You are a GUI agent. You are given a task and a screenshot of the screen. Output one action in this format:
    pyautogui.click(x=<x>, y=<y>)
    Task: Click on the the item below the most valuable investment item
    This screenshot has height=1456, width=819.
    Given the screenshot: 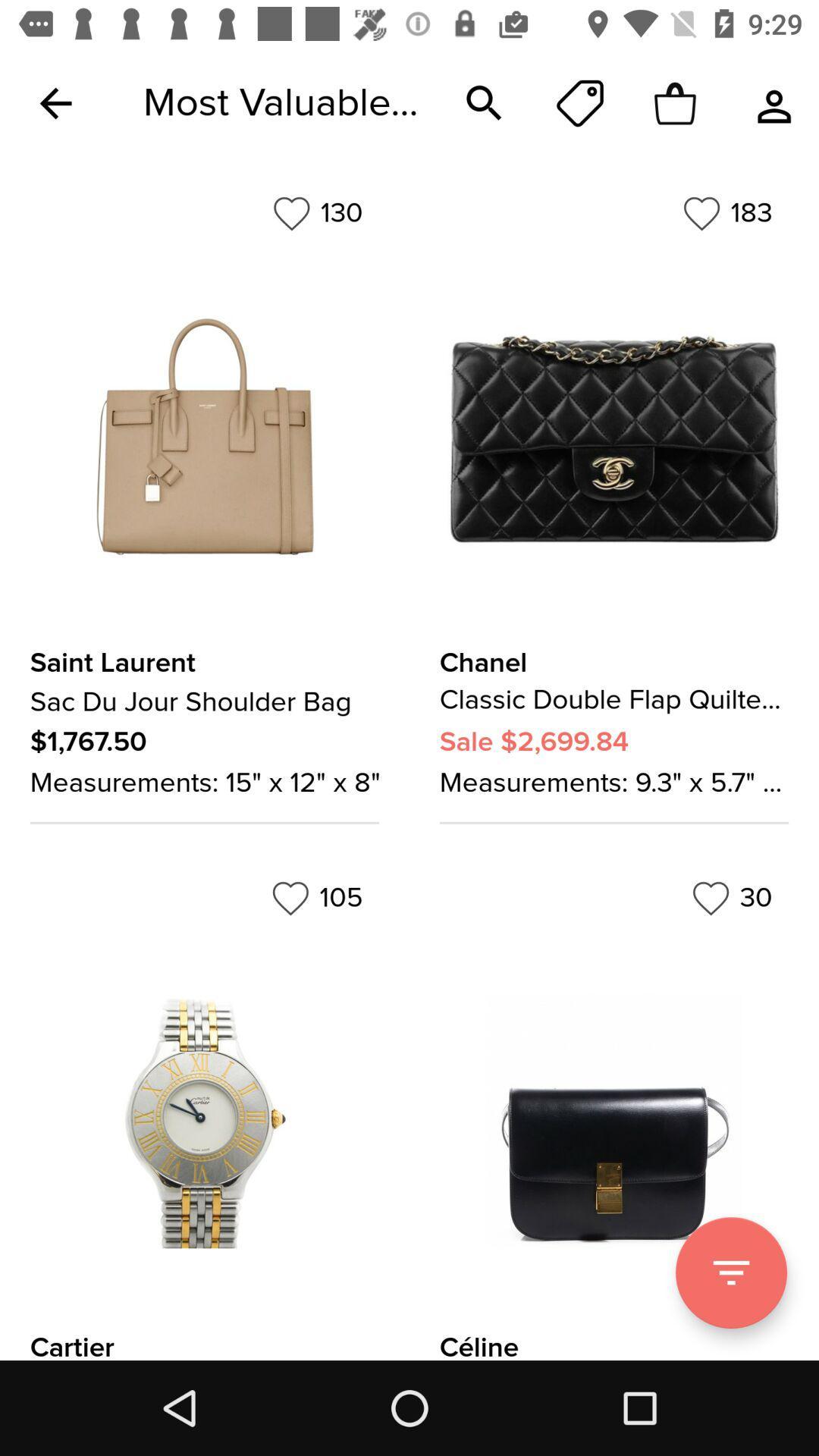 What is the action you would take?
    pyautogui.click(x=317, y=212)
    